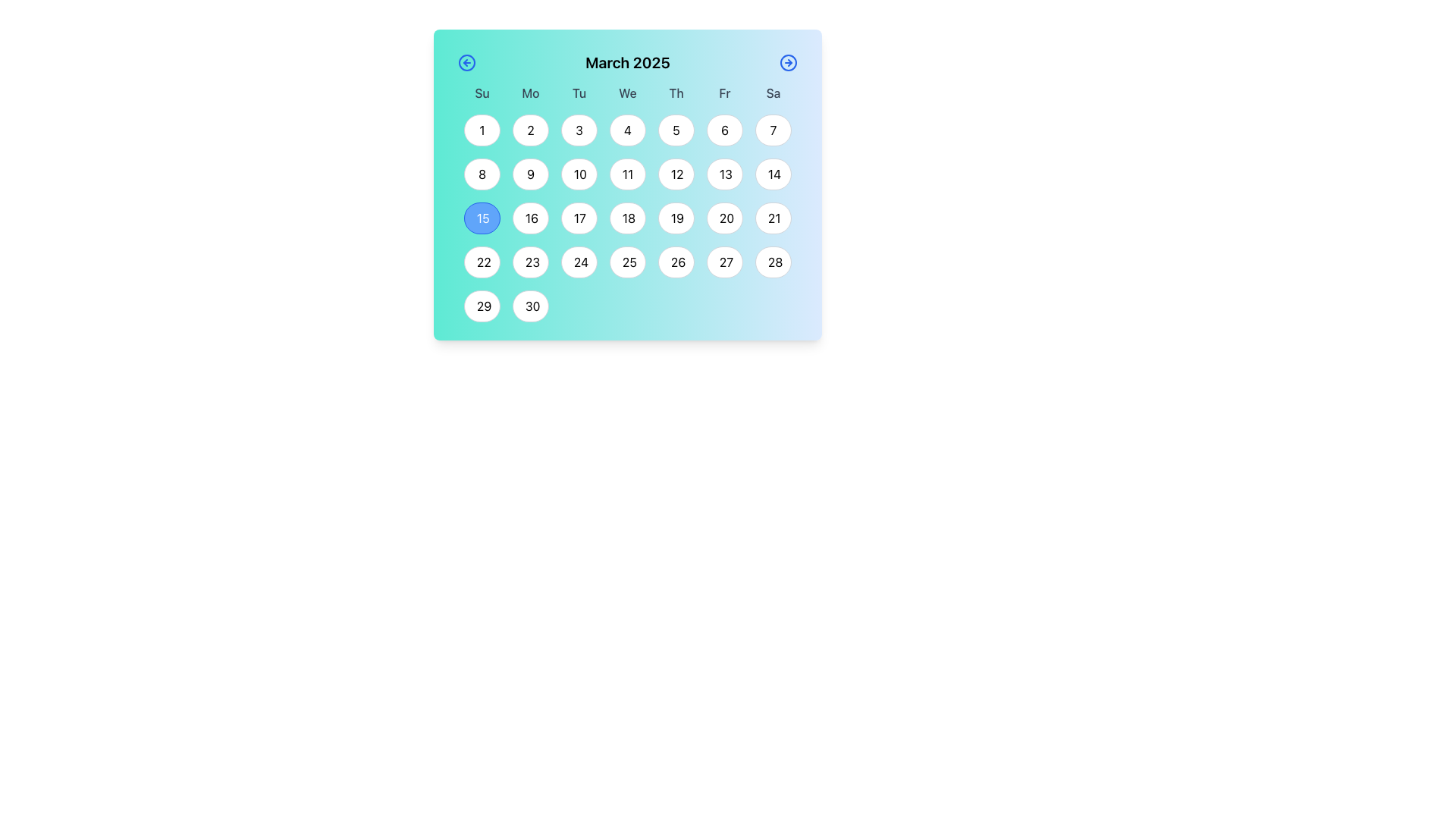 This screenshot has width=1456, height=819. I want to click on the circular blue icon button with a thin outline, located at the top-right corner of the calendar interface, so click(789, 62).